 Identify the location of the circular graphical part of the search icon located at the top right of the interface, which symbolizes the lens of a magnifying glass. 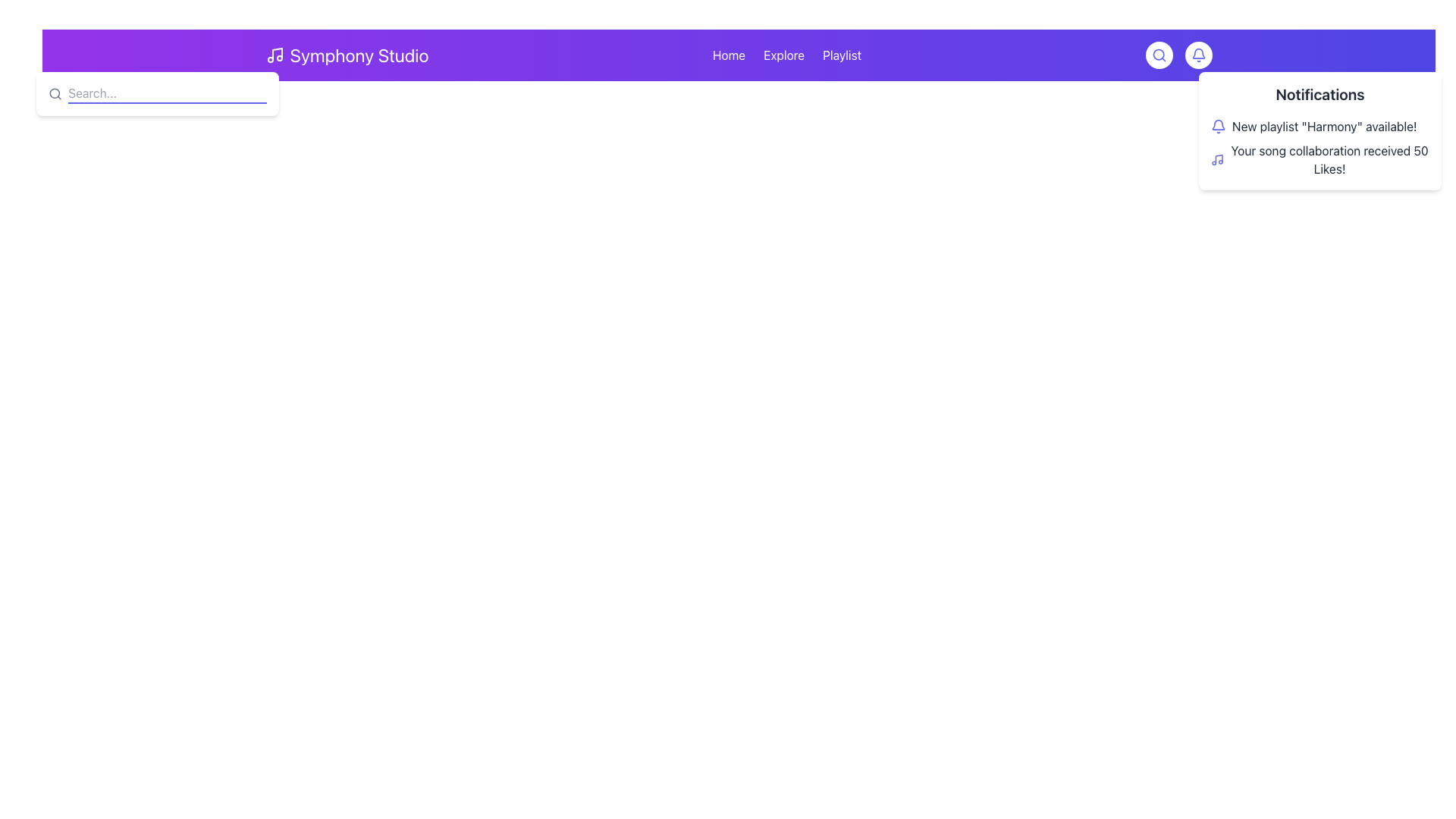
(1157, 54).